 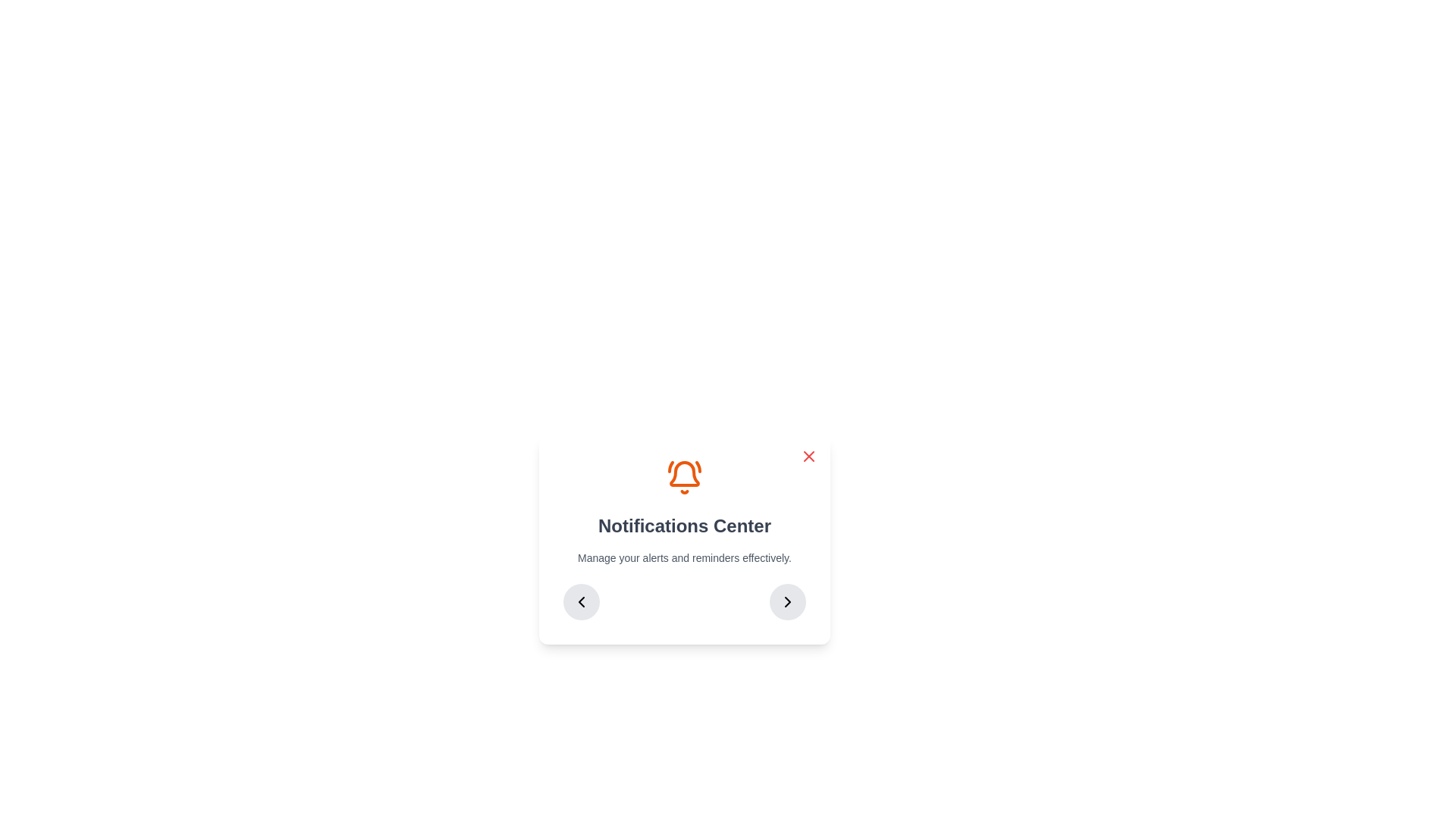 I want to click on the heading text element that indicates the purpose of the notification-related features, positioned below the notification bell icon and above the text 'Manage your alerts and reminders effectively', so click(x=683, y=526).